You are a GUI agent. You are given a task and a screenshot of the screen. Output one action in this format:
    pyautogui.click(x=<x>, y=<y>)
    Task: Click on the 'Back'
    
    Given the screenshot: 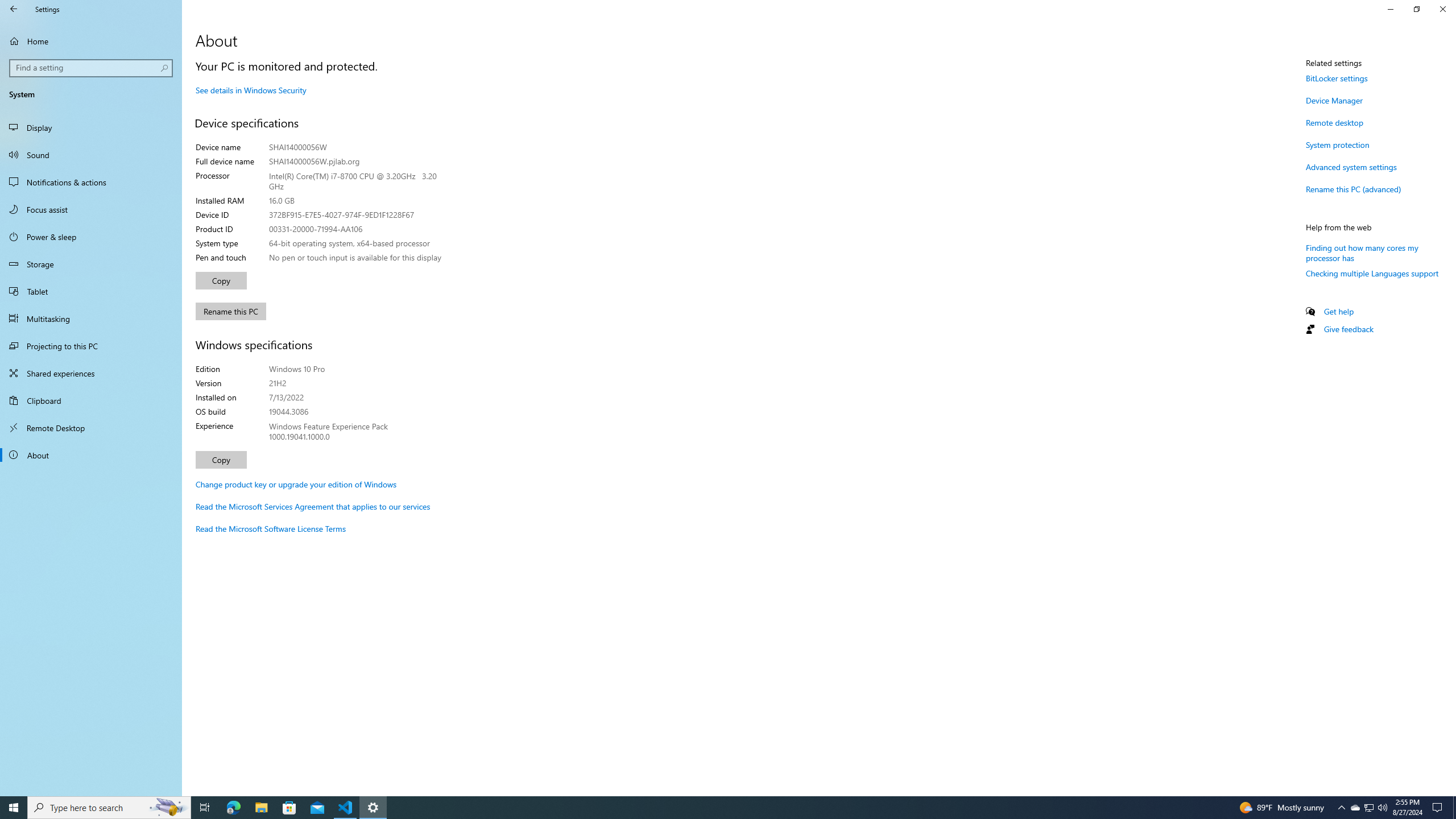 What is the action you would take?
    pyautogui.click(x=14, y=9)
    